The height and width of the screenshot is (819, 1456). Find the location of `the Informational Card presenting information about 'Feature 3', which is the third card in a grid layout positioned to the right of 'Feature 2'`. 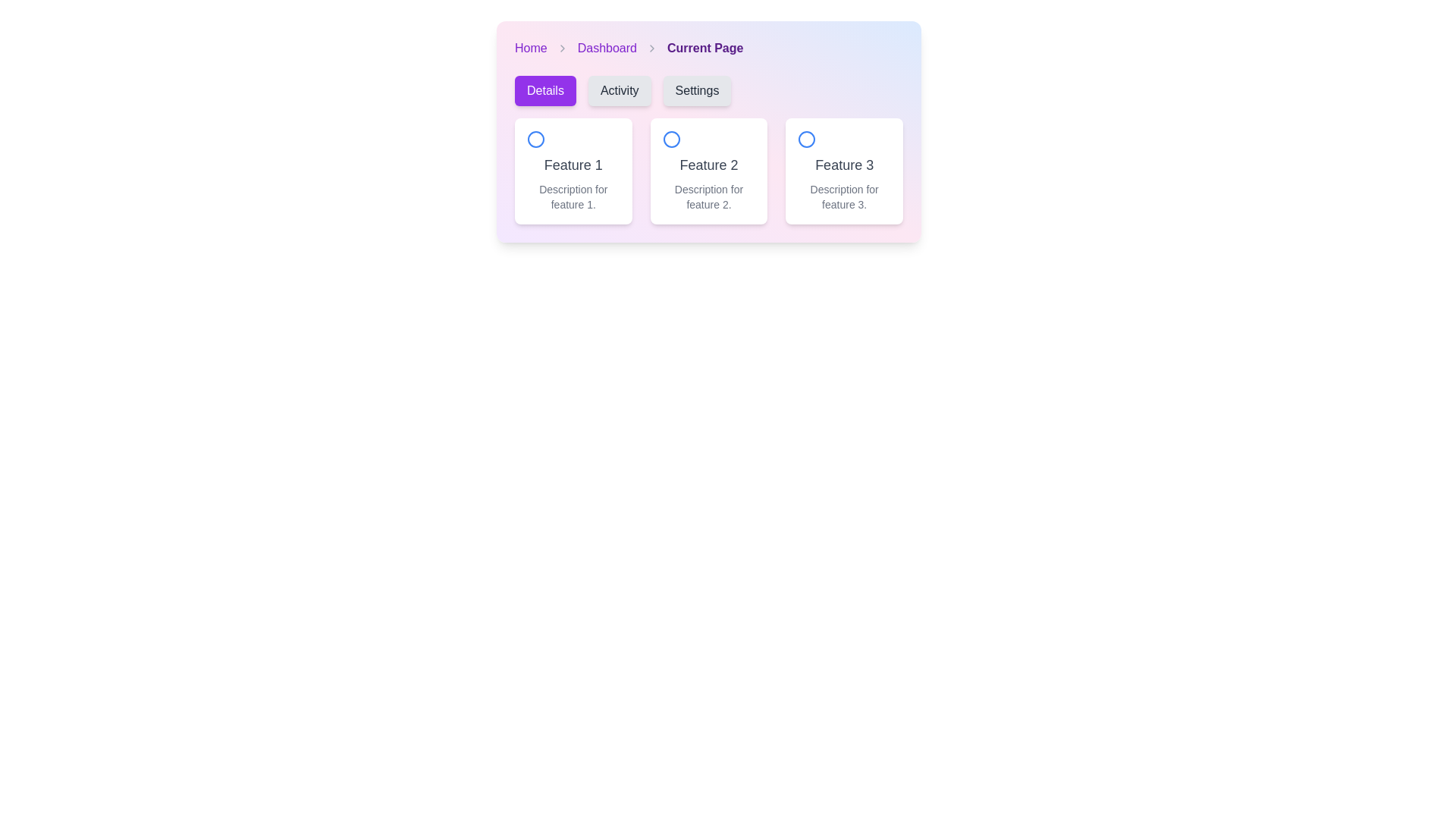

the Informational Card presenting information about 'Feature 3', which is the third card in a grid layout positioned to the right of 'Feature 2' is located at coordinates (843, 171).